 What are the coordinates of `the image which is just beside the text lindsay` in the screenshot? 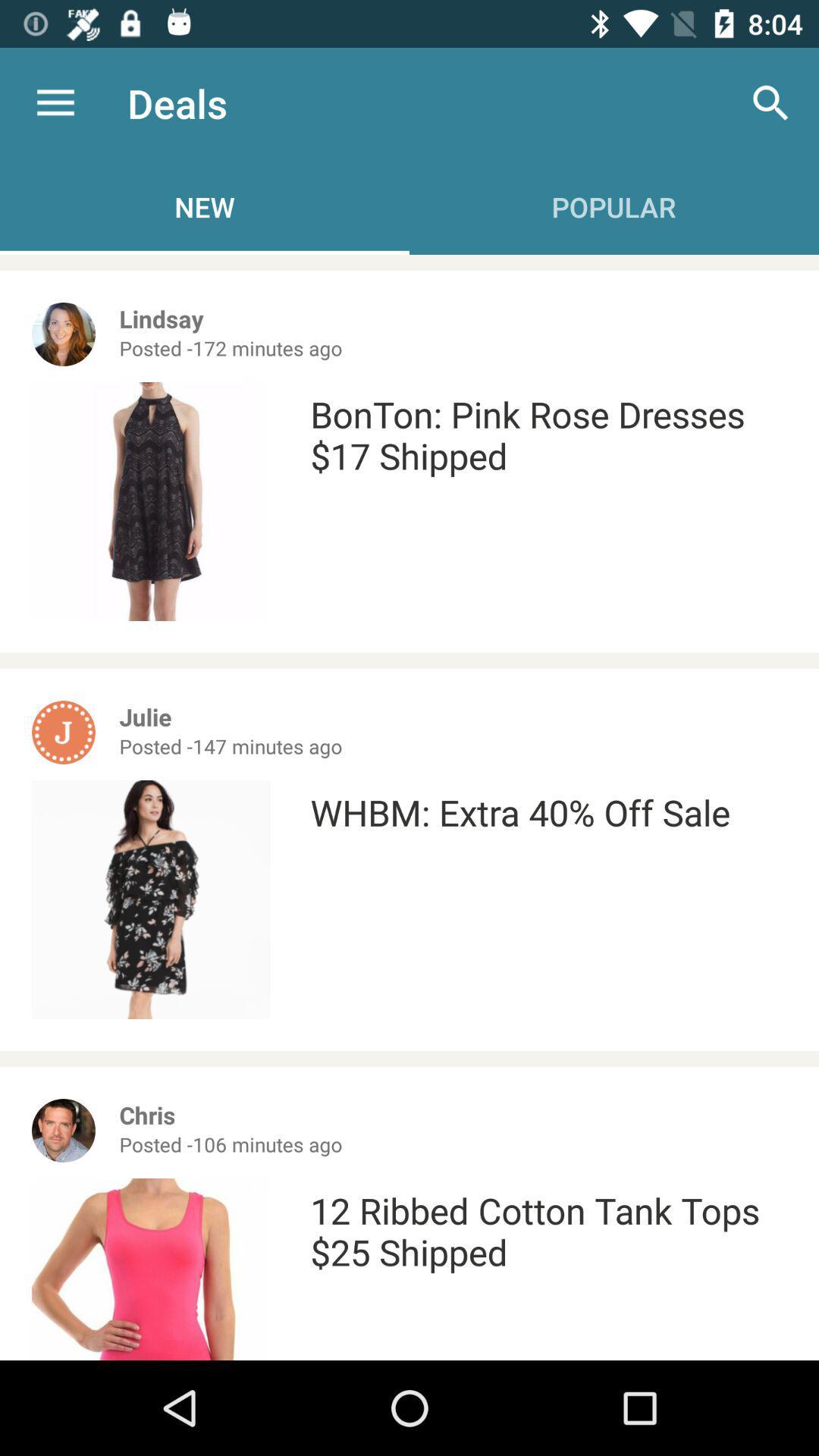 It's located at (63, 334).